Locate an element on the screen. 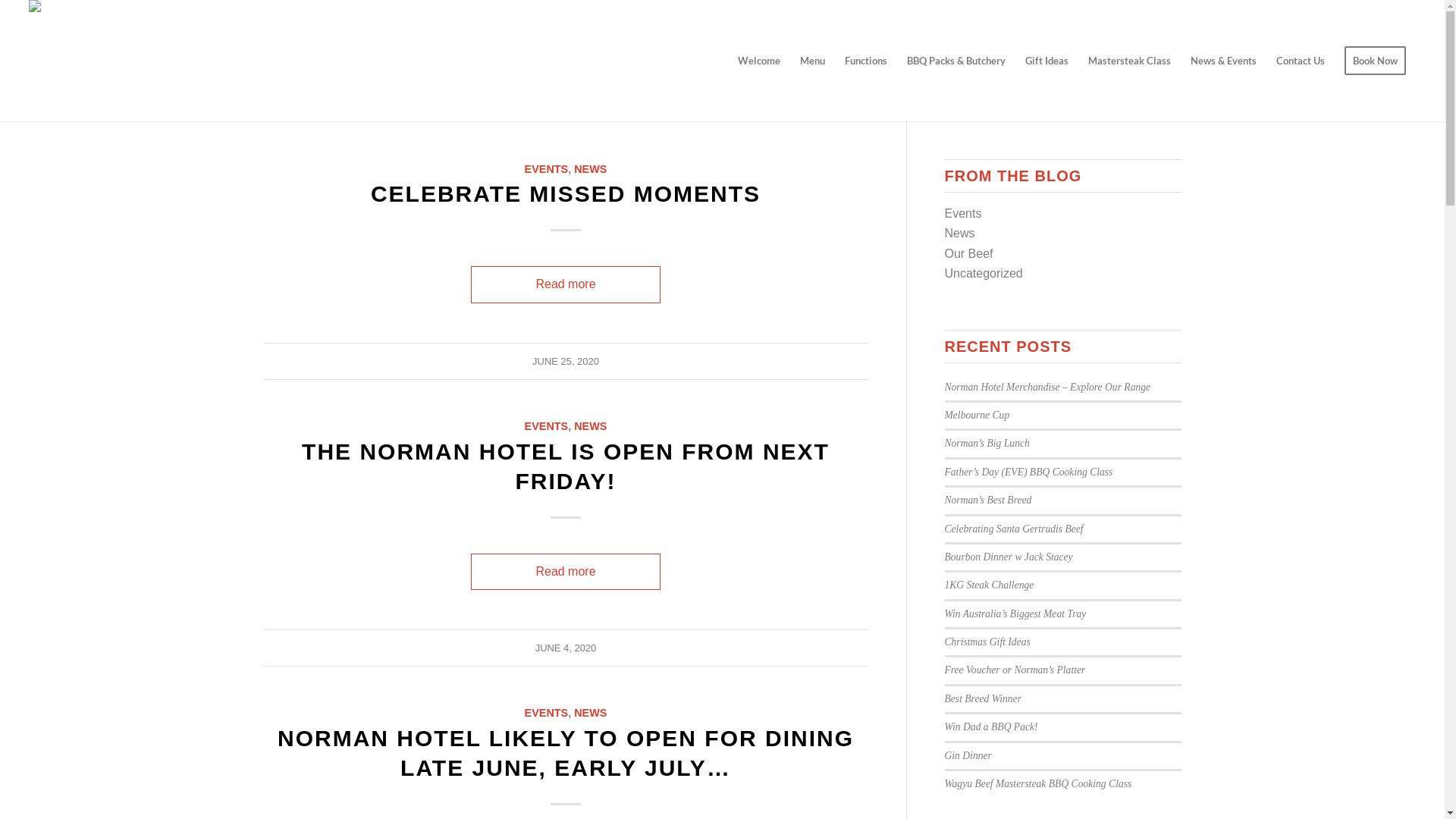 The height and width of the screenshot is (819, 1456). 'Wagyu Beef Mastersteak BBQ Cooking Class' is located at coordinates (1037, 783).